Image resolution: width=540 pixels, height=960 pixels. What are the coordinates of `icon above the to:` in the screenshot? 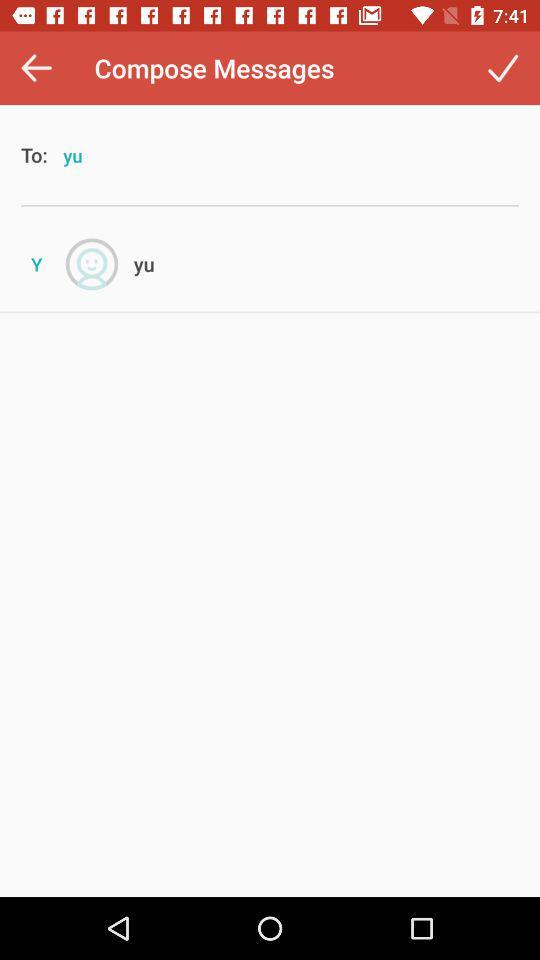 It's located at (36, 68).